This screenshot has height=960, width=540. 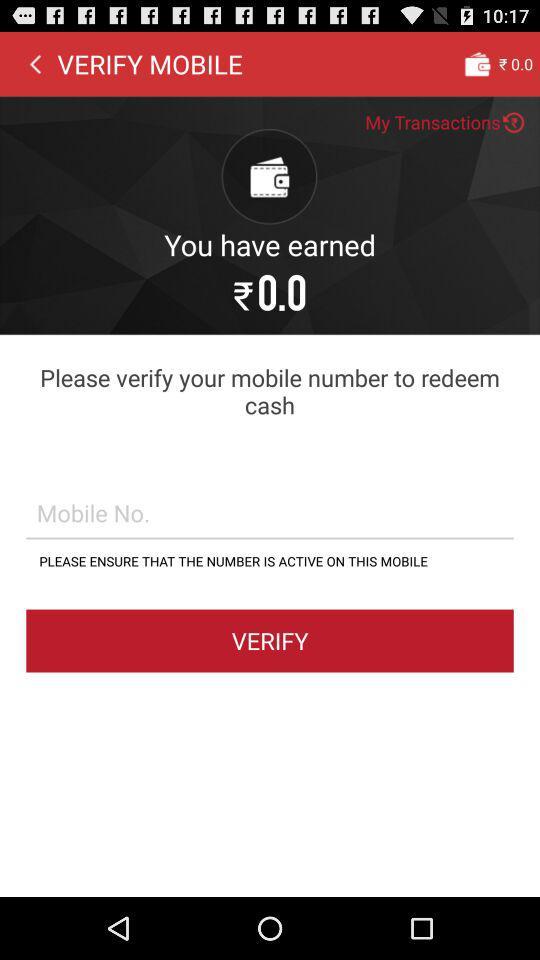 What do you see at coordinates (35, 63) in the screenshot?
I see `the item next to verify mobile` at bounding box center [35, 63].